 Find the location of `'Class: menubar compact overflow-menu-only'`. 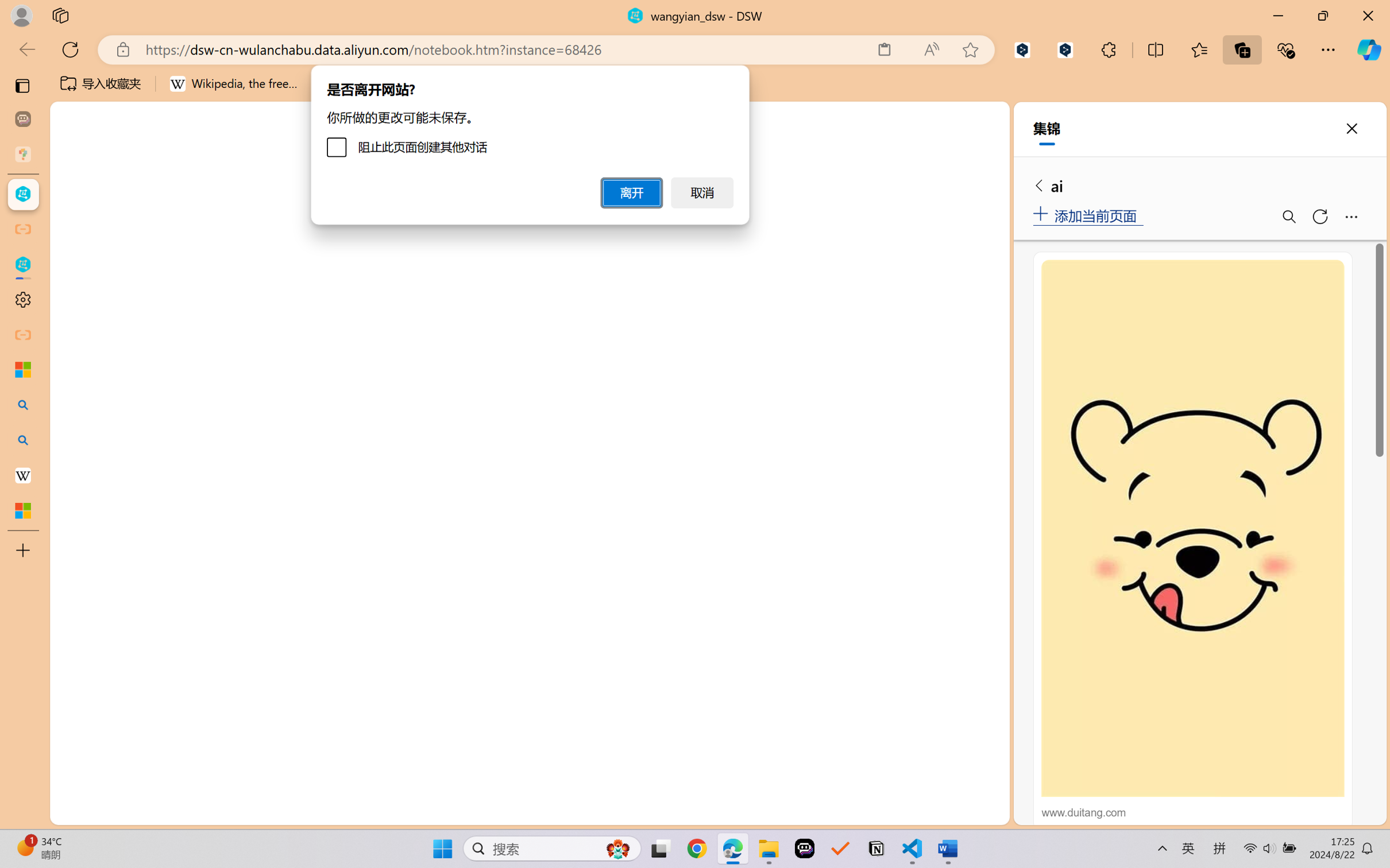

'Class: menubar compact overflow-menu-only' is located at coordinates (73, 193).